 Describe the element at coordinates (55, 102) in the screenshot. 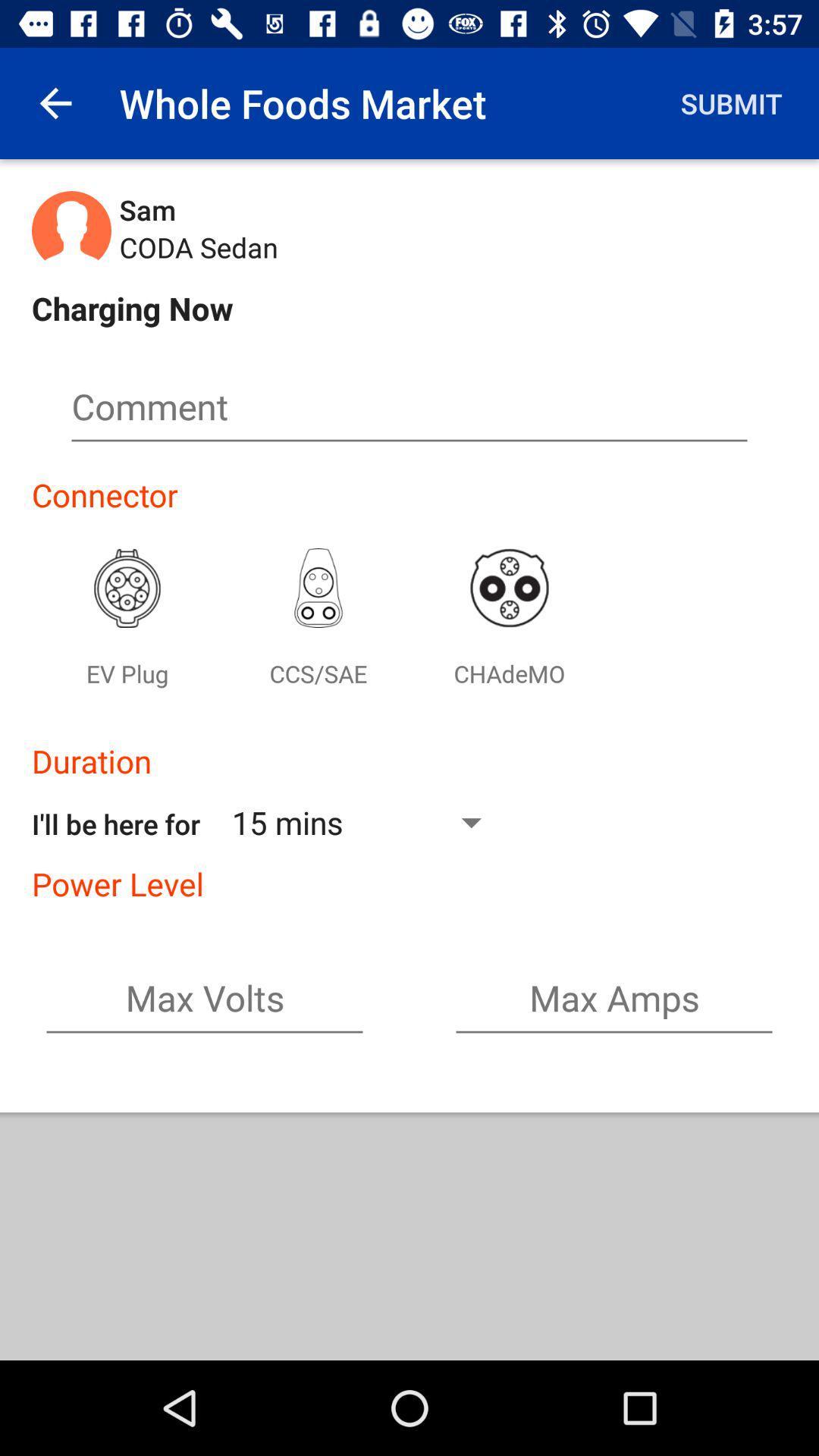

I see `back option` at that location.